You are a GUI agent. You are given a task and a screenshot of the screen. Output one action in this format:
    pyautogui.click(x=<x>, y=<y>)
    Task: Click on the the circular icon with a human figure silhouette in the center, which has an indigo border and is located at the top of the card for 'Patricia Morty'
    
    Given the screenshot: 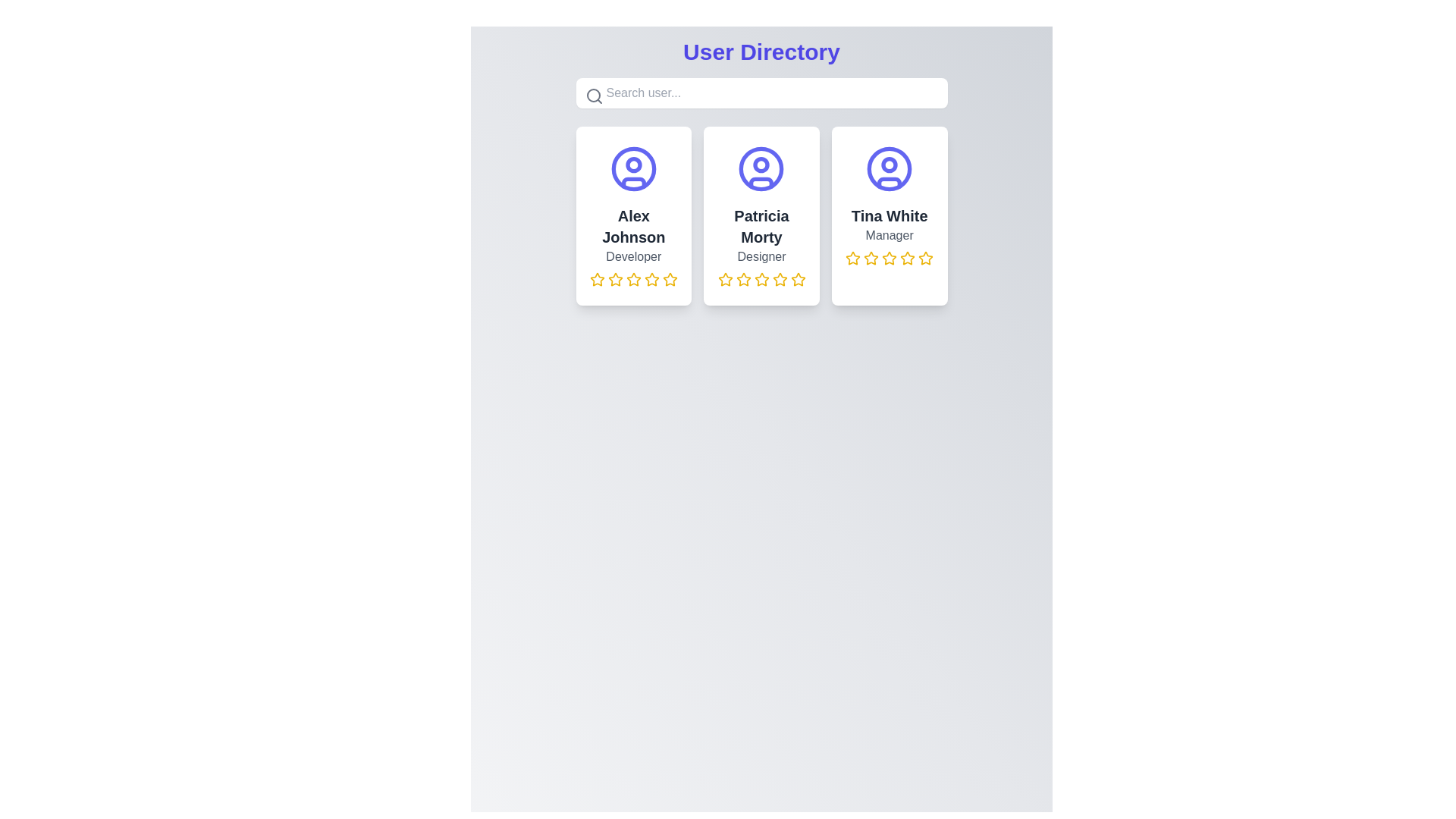 What is the action you would take?
    pyautogui.click(x=761, y=169)
    